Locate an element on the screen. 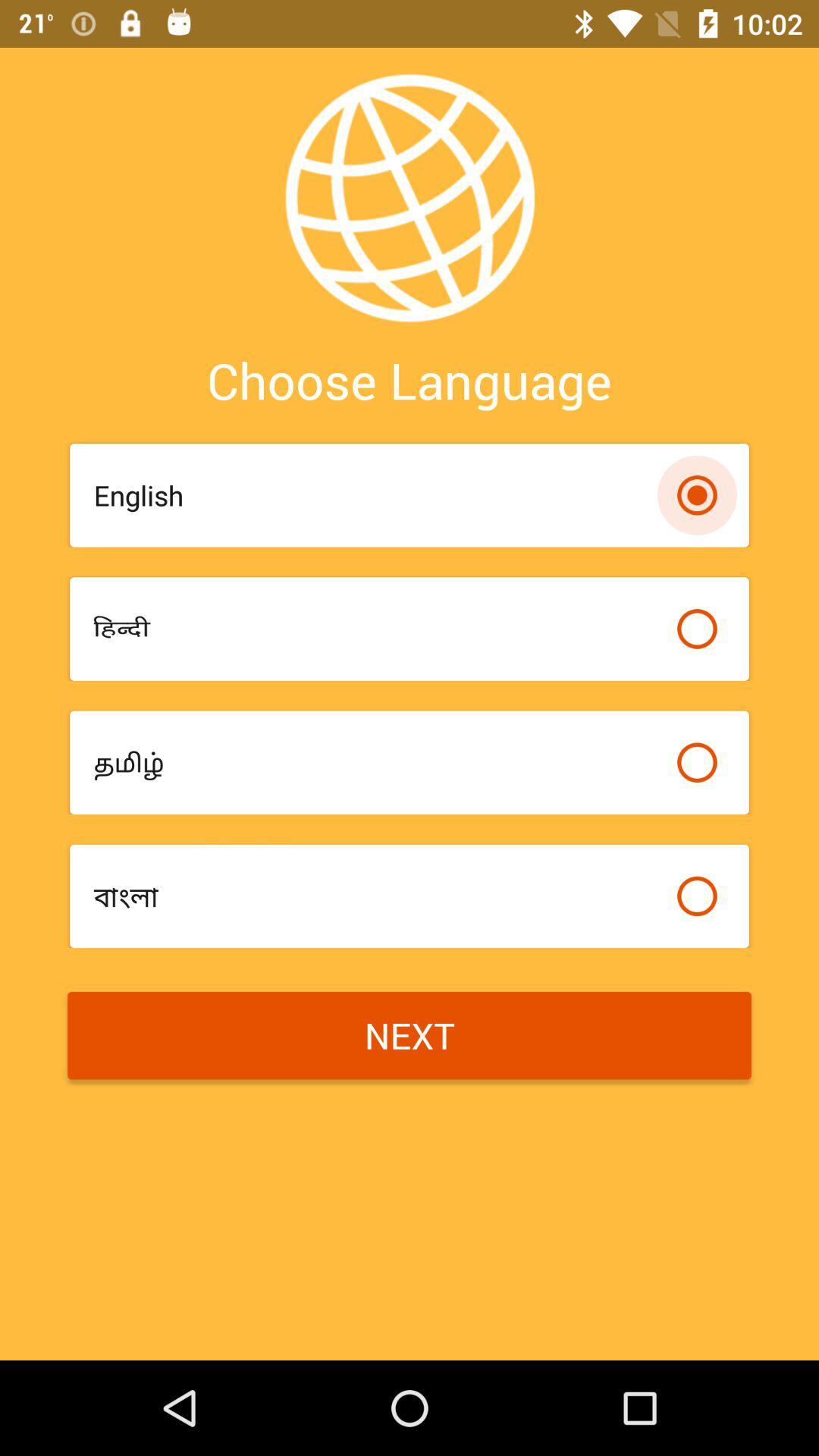 Image resolution: width=819 pixels, height=1456 pixels. the item above next is located at coordinates (376, 896).